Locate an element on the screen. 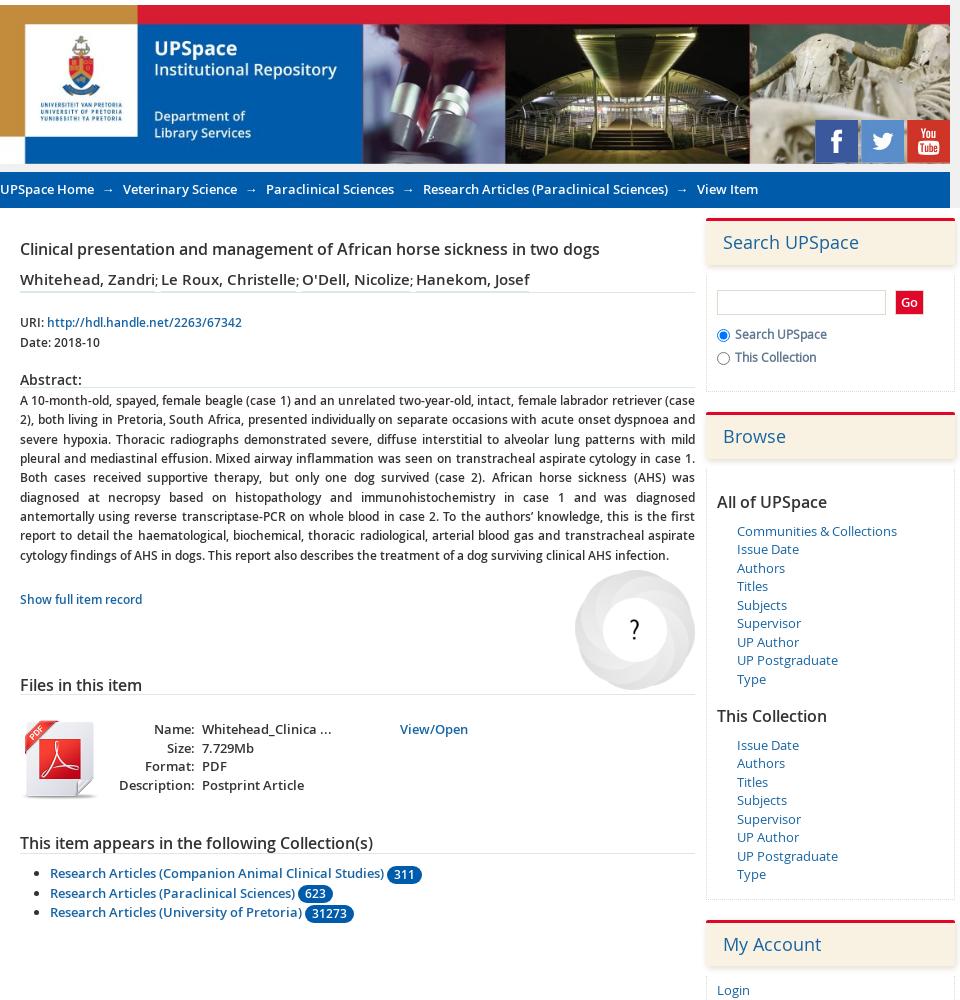 The image size is (960, 1000). 'Browse' is located at coordinates (753, 436).